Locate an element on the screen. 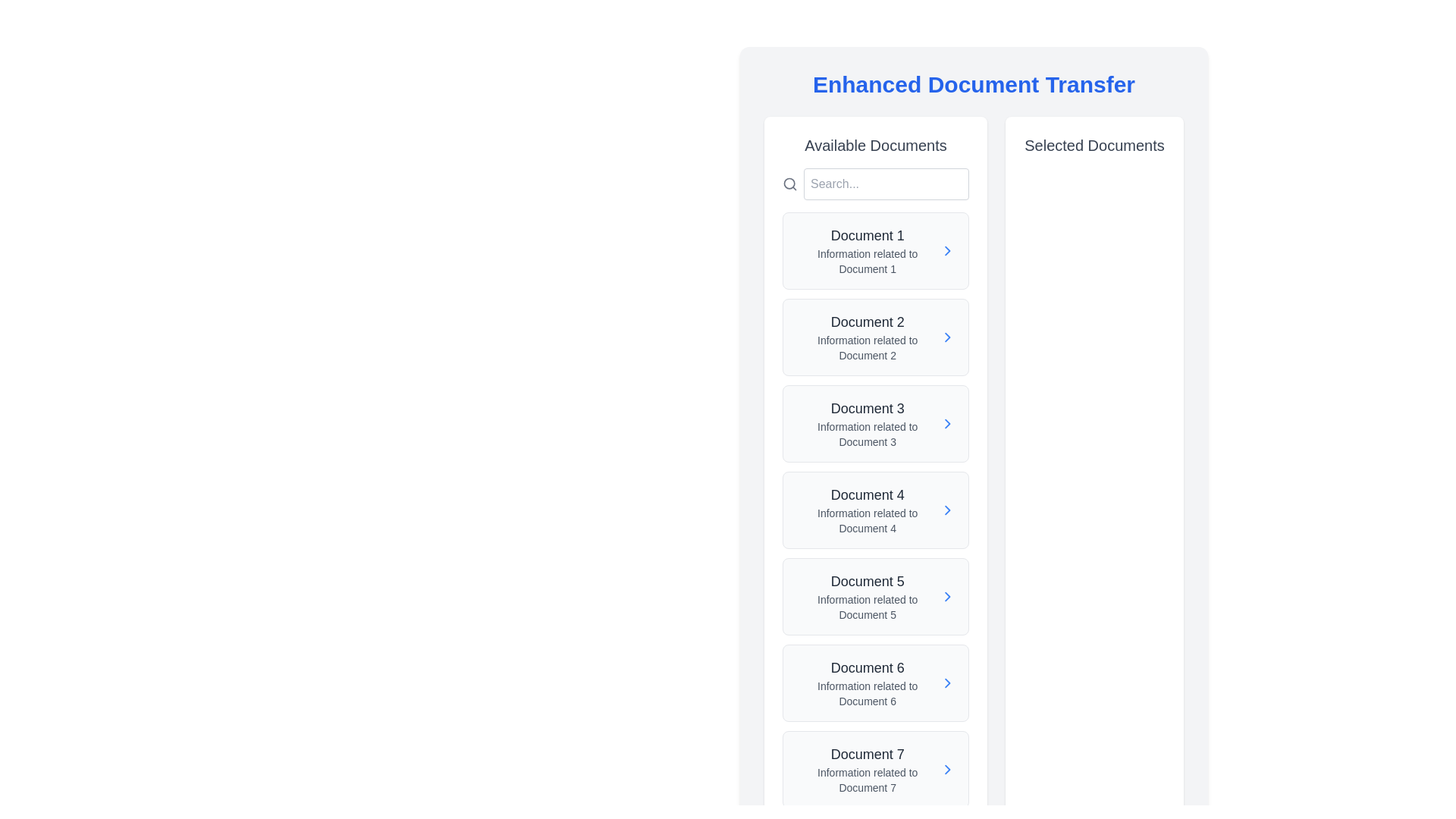 This screenshot has width=1456, height=819. the chevron arrow icon located at the far right of the 'Document 5' entry is located at coordinates (946, 595).